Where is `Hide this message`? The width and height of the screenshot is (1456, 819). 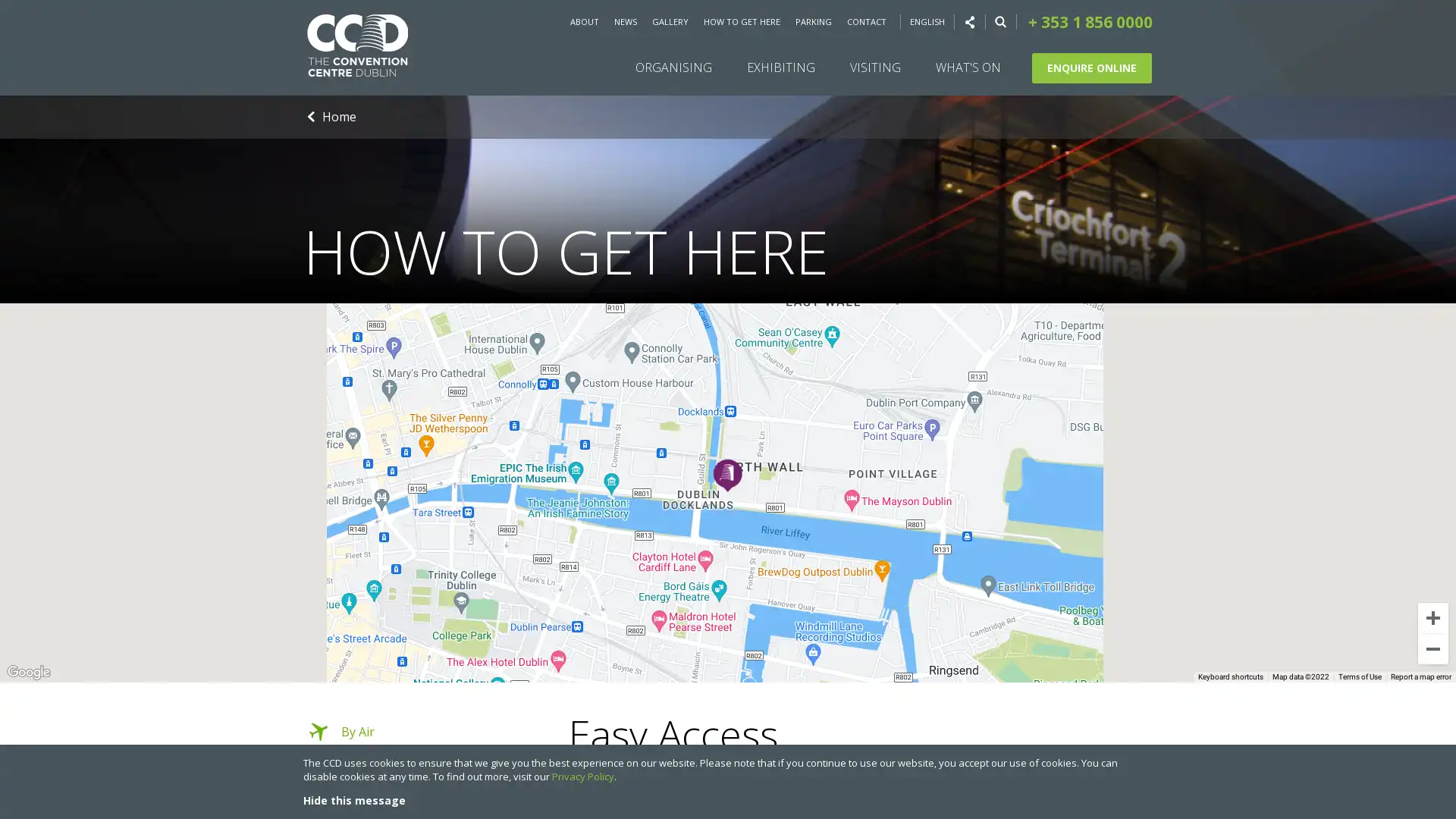
Hide this message is located at coordinates (353, 799).